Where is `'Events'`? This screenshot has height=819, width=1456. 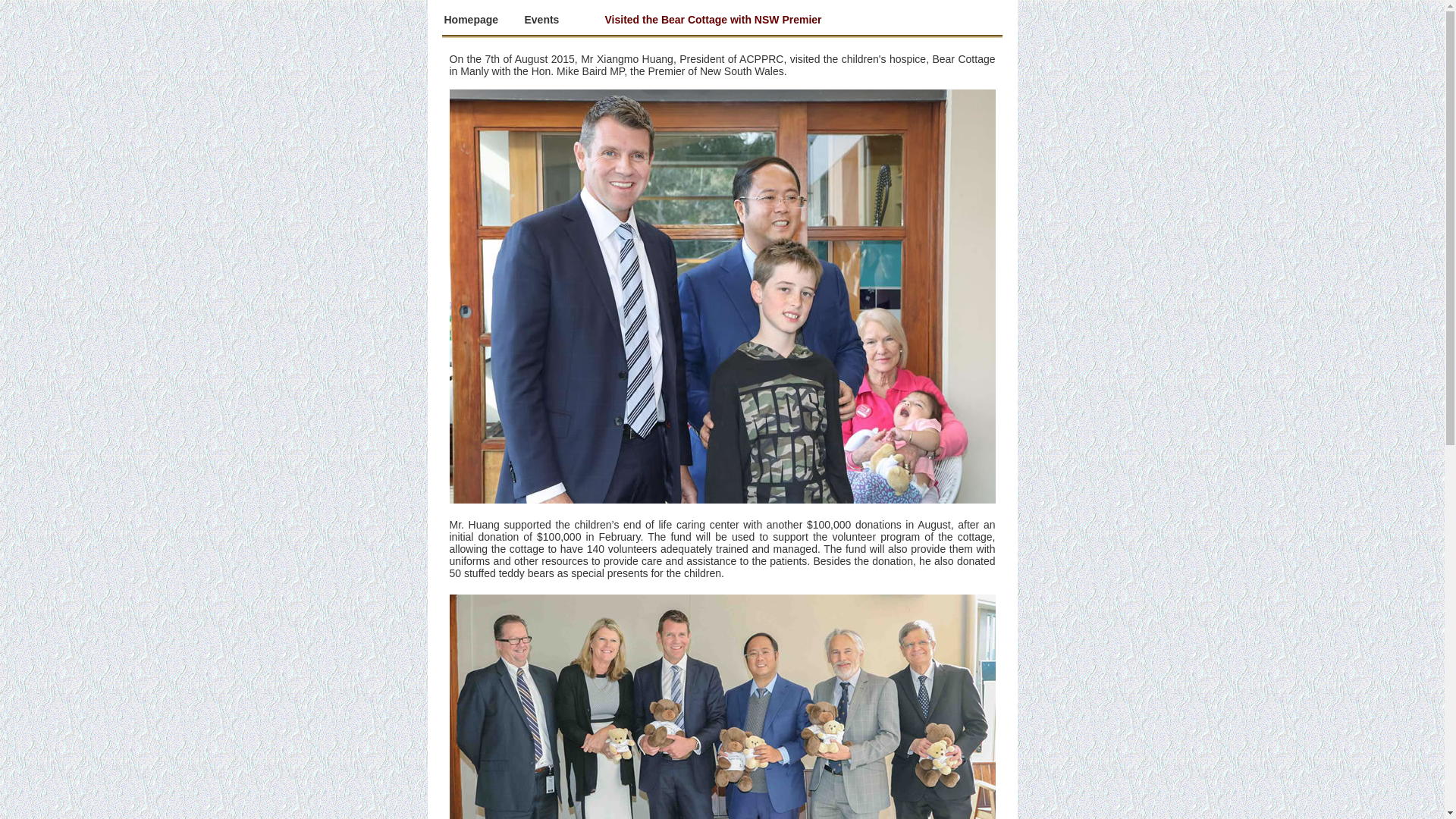 'Events' is located at coordinates (542, 20).